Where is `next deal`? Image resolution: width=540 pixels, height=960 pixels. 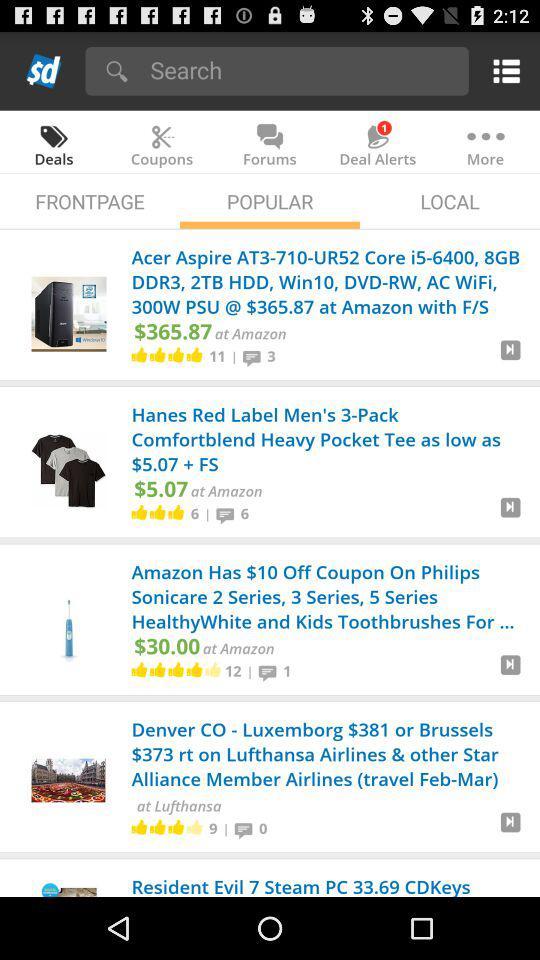
next deal is located at coordinates (510, 672).